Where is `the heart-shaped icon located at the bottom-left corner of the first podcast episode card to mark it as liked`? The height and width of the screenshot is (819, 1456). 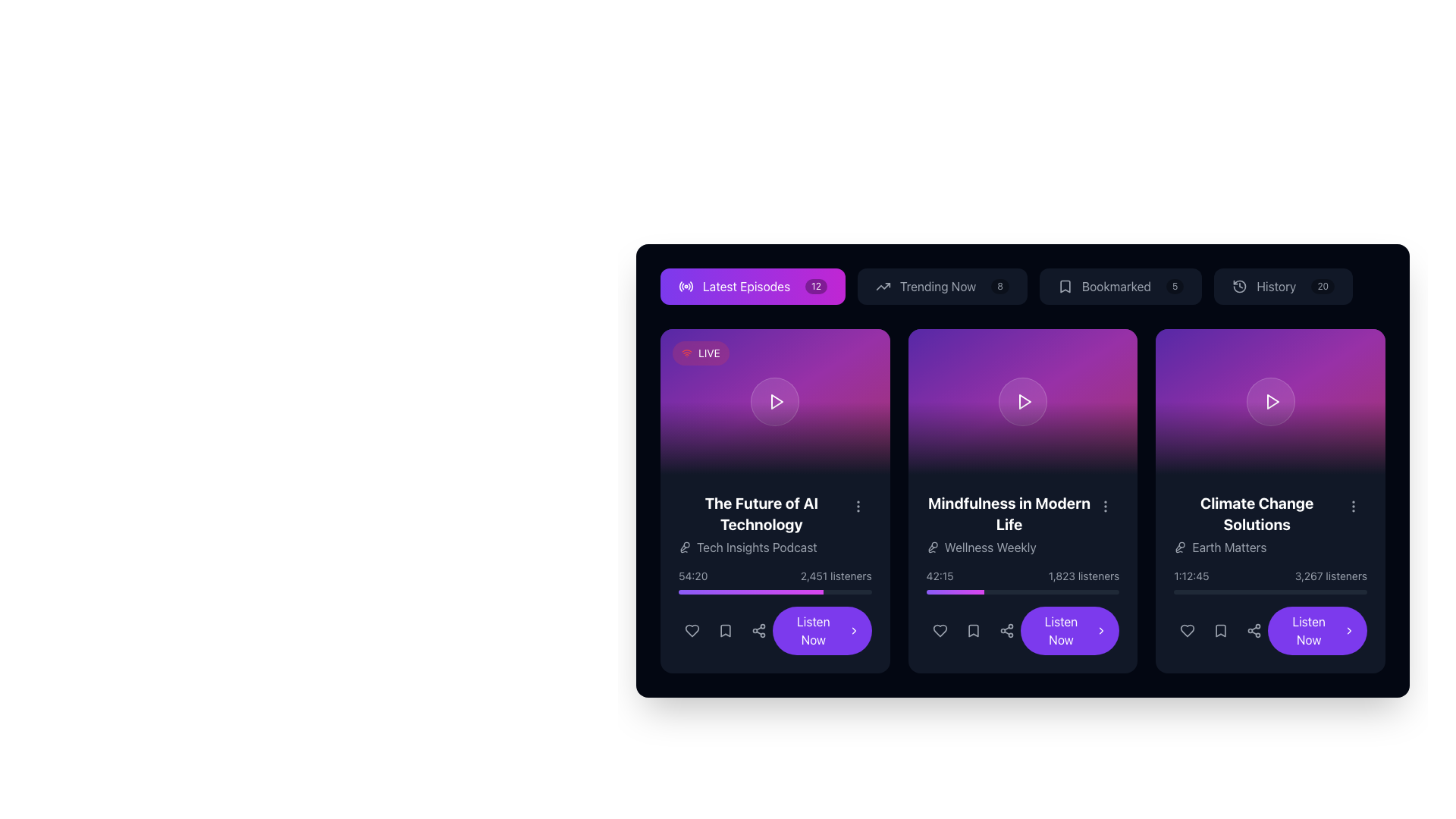
the heart-shaped icon located at the bottom-left corner of the first podcast episode card to mark it as liked is located at coordinates (691, 631).